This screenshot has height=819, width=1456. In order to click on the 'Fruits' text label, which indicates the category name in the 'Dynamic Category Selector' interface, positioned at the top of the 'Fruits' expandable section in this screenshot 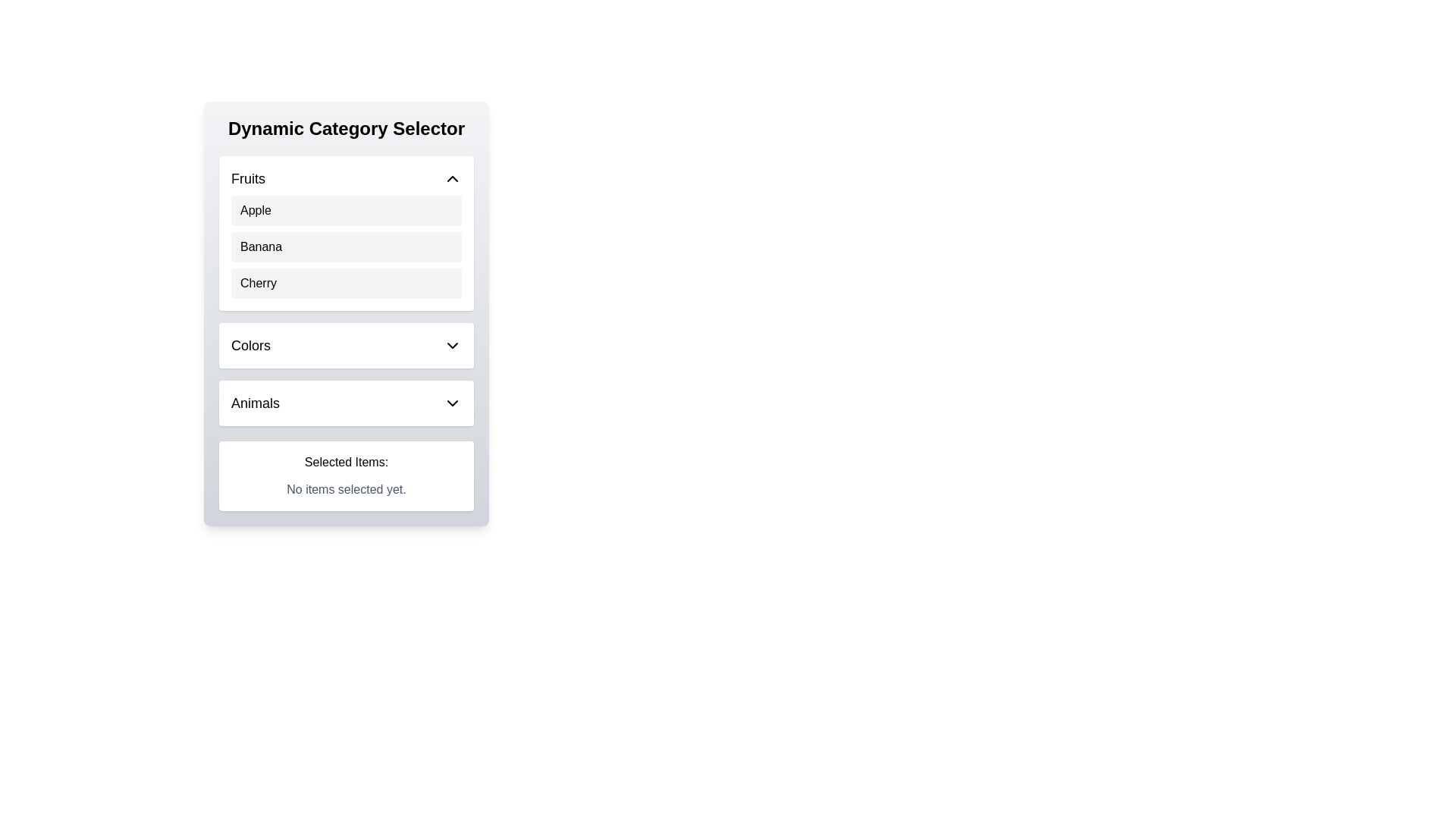, I will do `click(248, 177)`.